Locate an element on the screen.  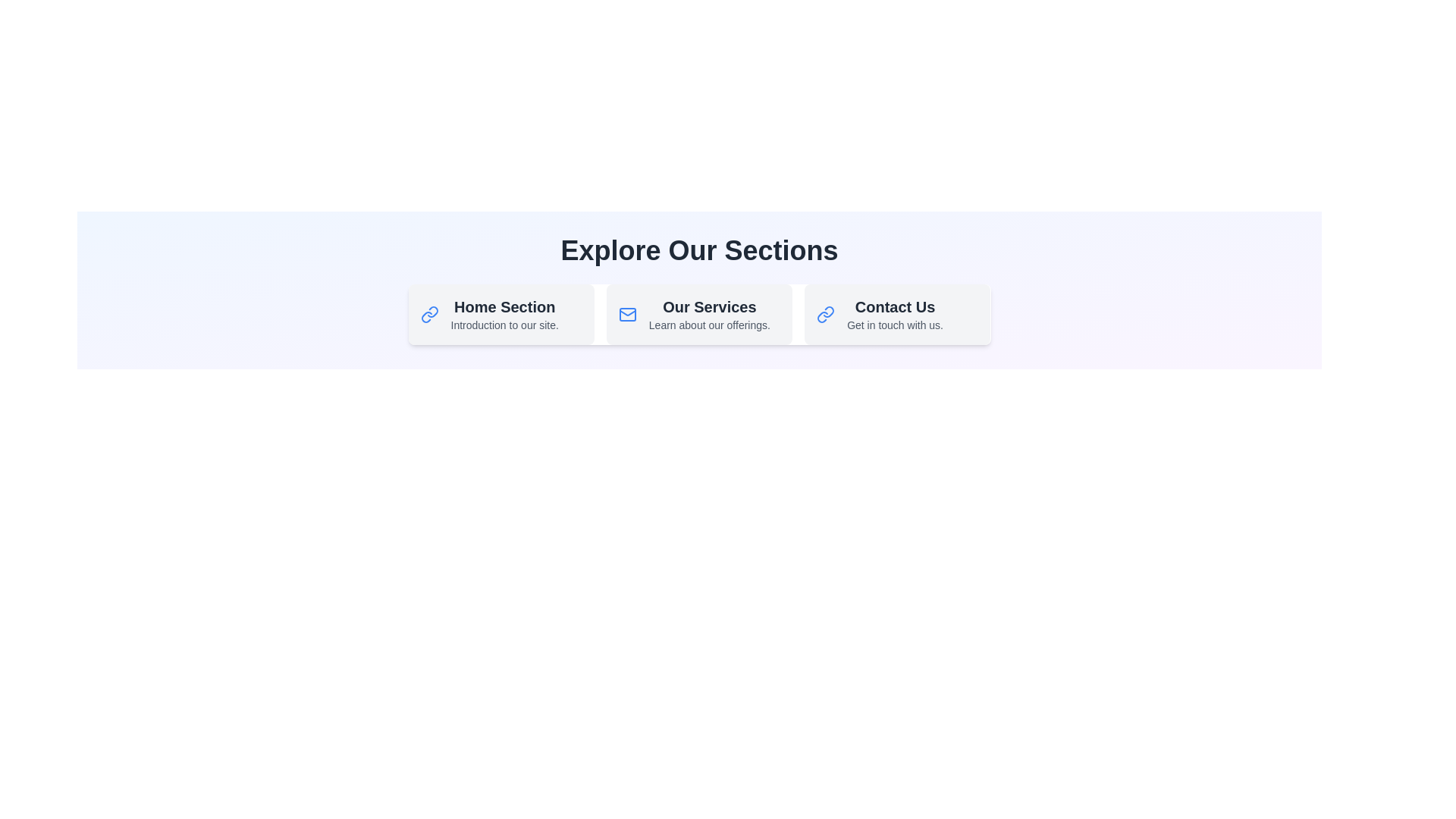
the 'Contact Us' informational panel, which has a light gray background, rounded corners, and contains a bold title stating 'Contact Us' with a blue linked chain icon to the left is located at coordinates (897, 314).